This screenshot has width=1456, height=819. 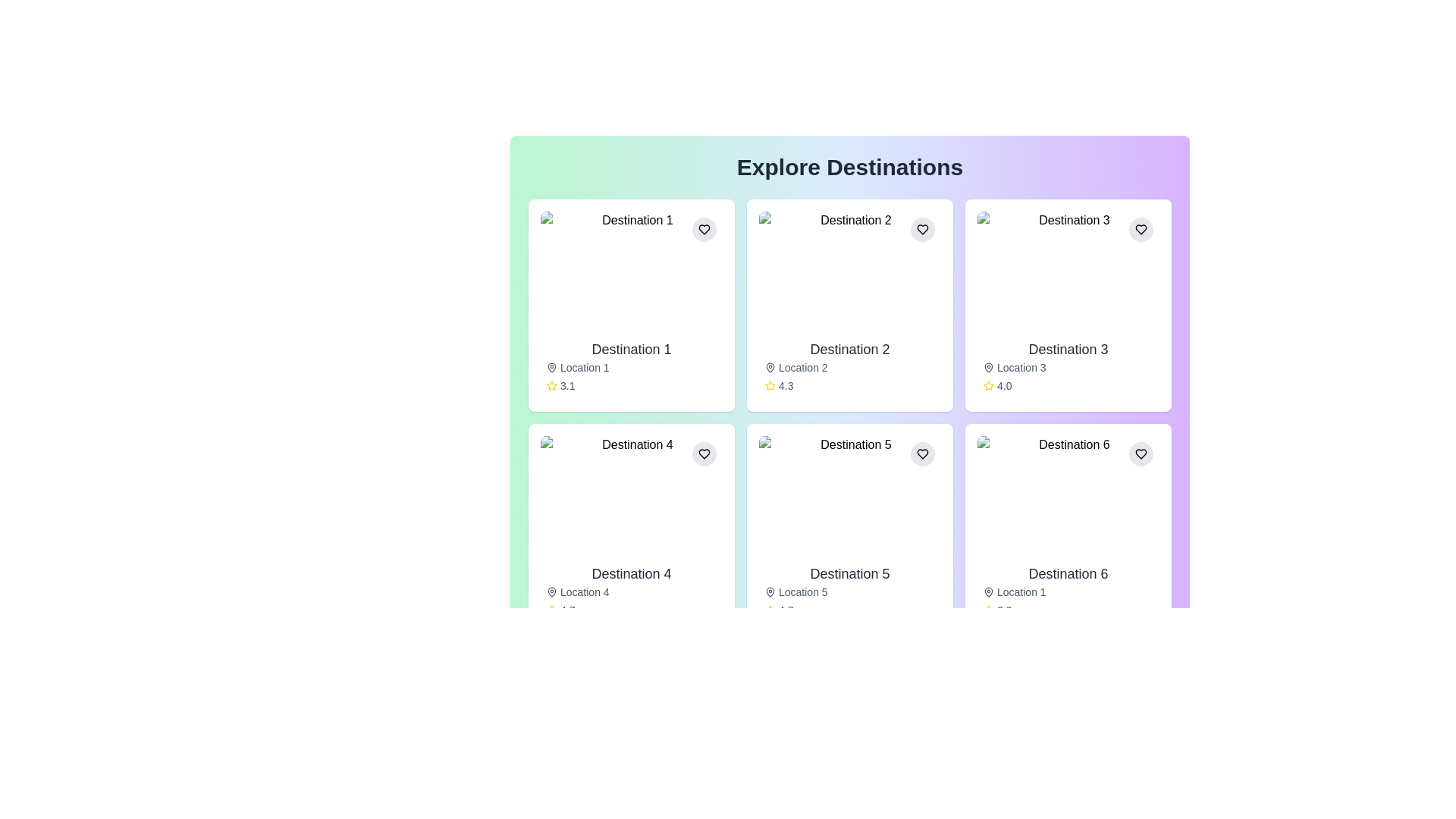 I want to click on the central area of the destination card labeled 'Destination 6' in the 'Explore Destinations' grid to interact with it, so click(x=1068, y=497).